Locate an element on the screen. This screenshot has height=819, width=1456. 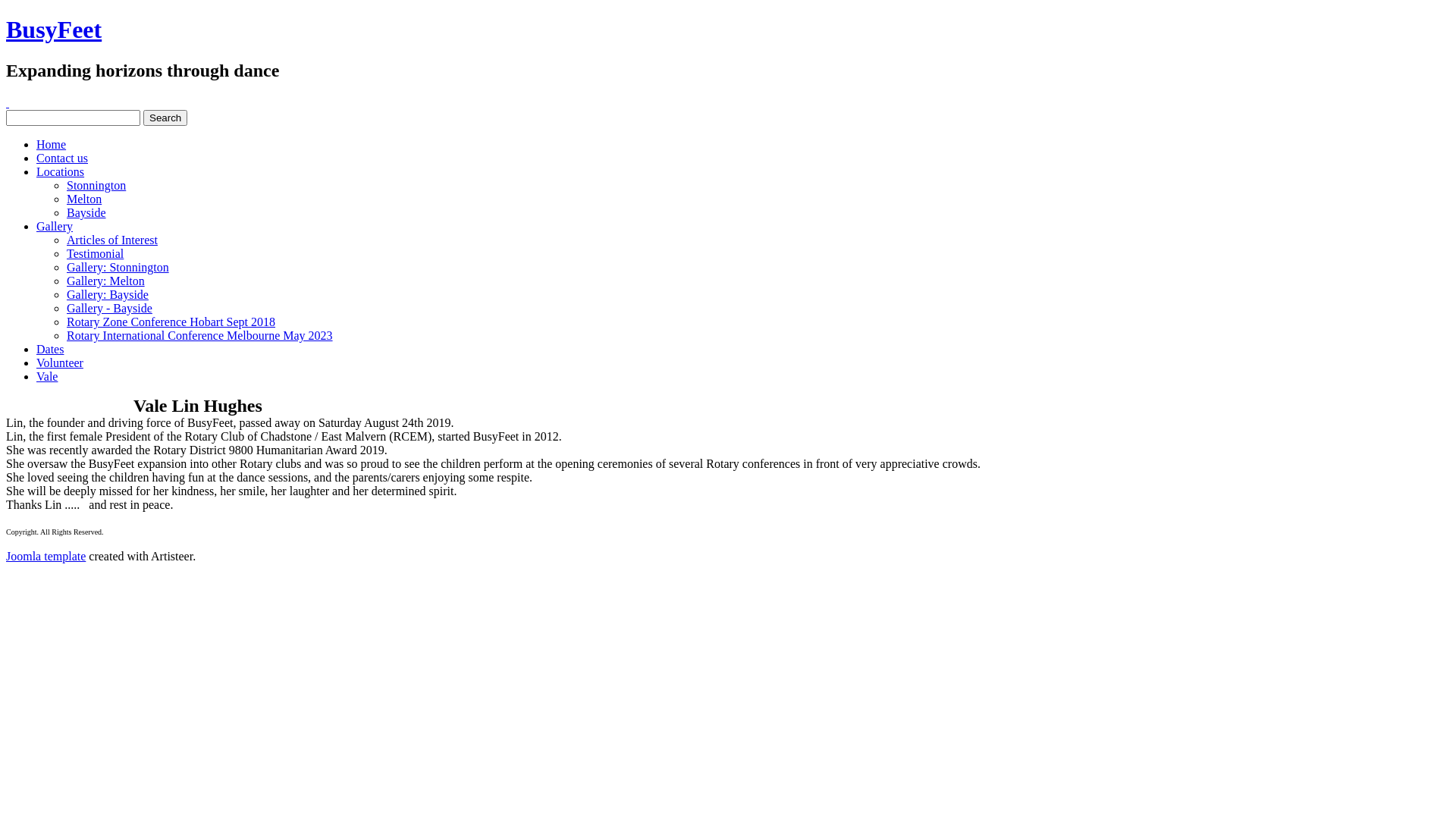
'Rotary International Conference Melbourne May 2023' is located at coordinates (199, 334).